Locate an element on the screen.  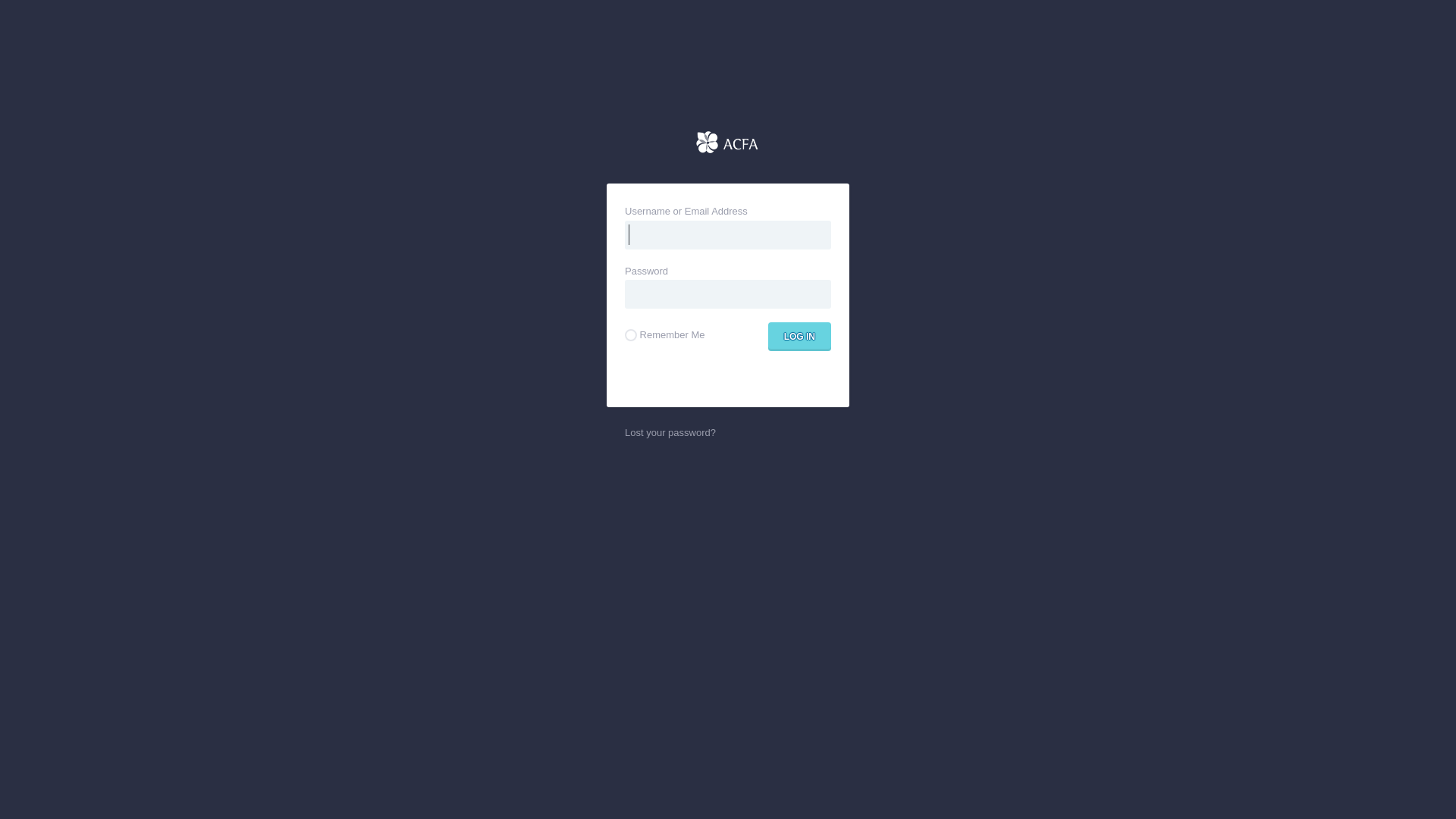
'Powered by WordPress' is located at coordinates (728, 143).